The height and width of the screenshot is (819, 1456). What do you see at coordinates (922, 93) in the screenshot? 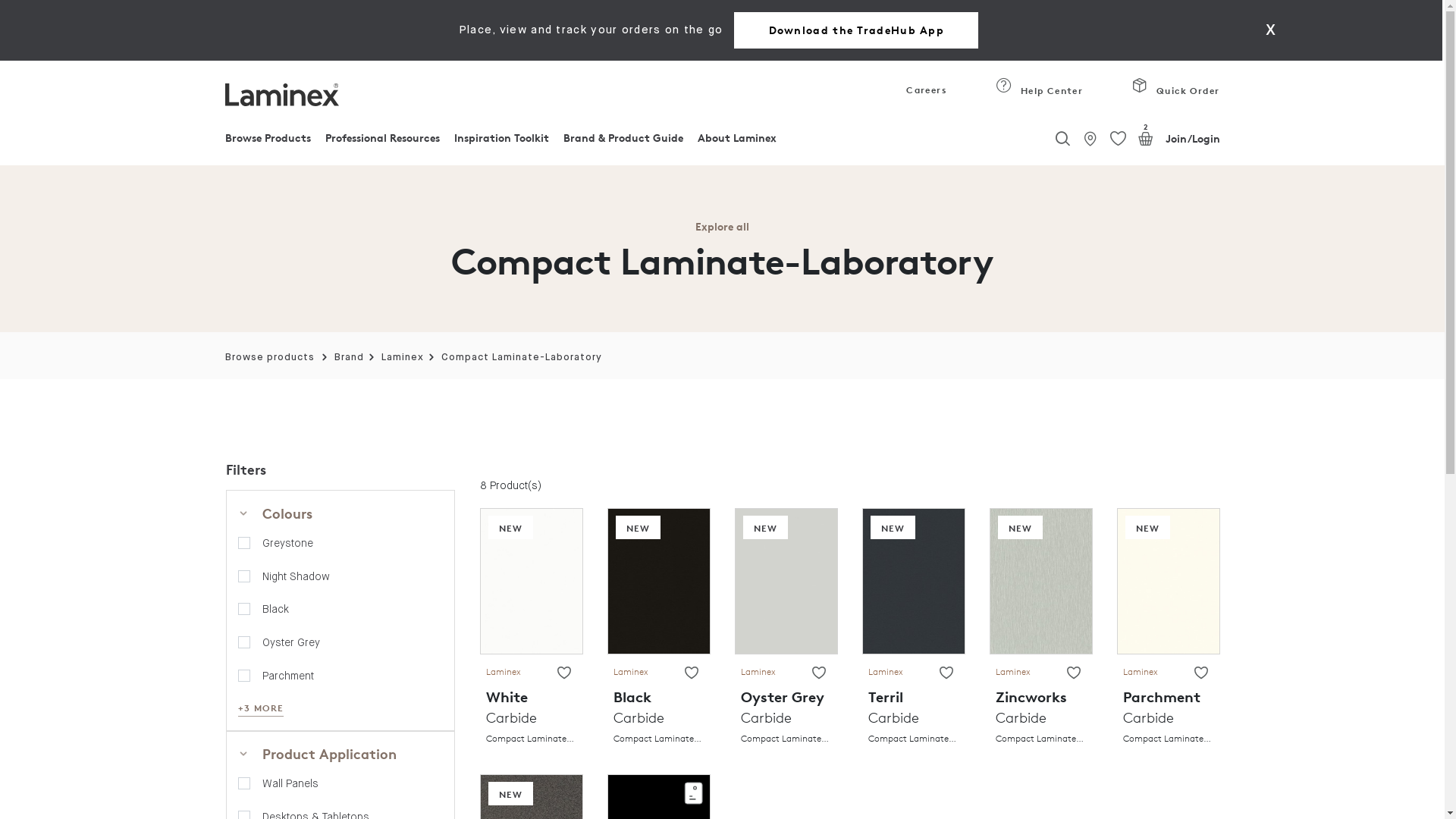
I see `'Careers'` at bounding box center [922, 93].